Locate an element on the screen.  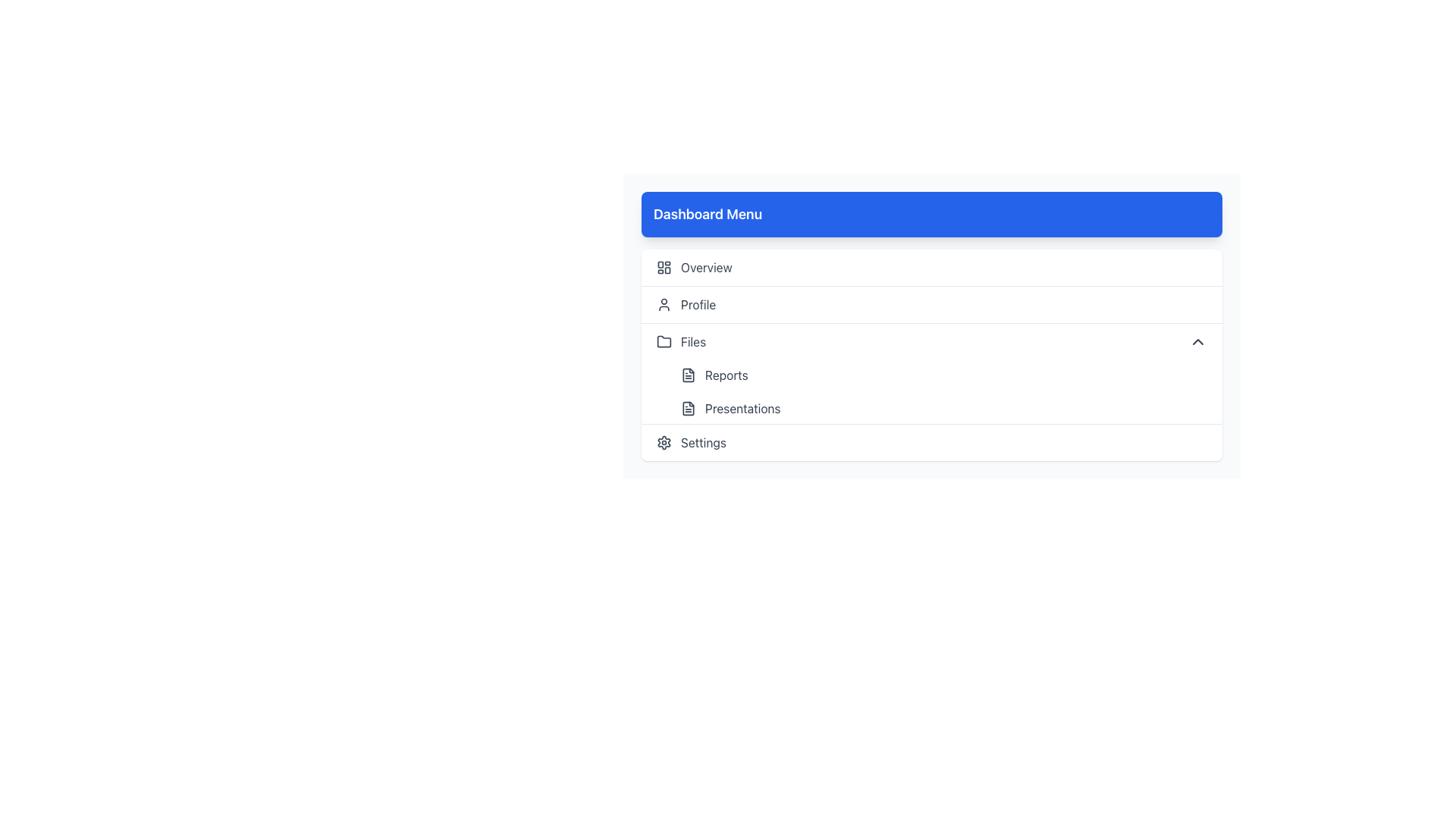
the navigational link located after the 'Presentations' item is located at coordinates (930, 442).